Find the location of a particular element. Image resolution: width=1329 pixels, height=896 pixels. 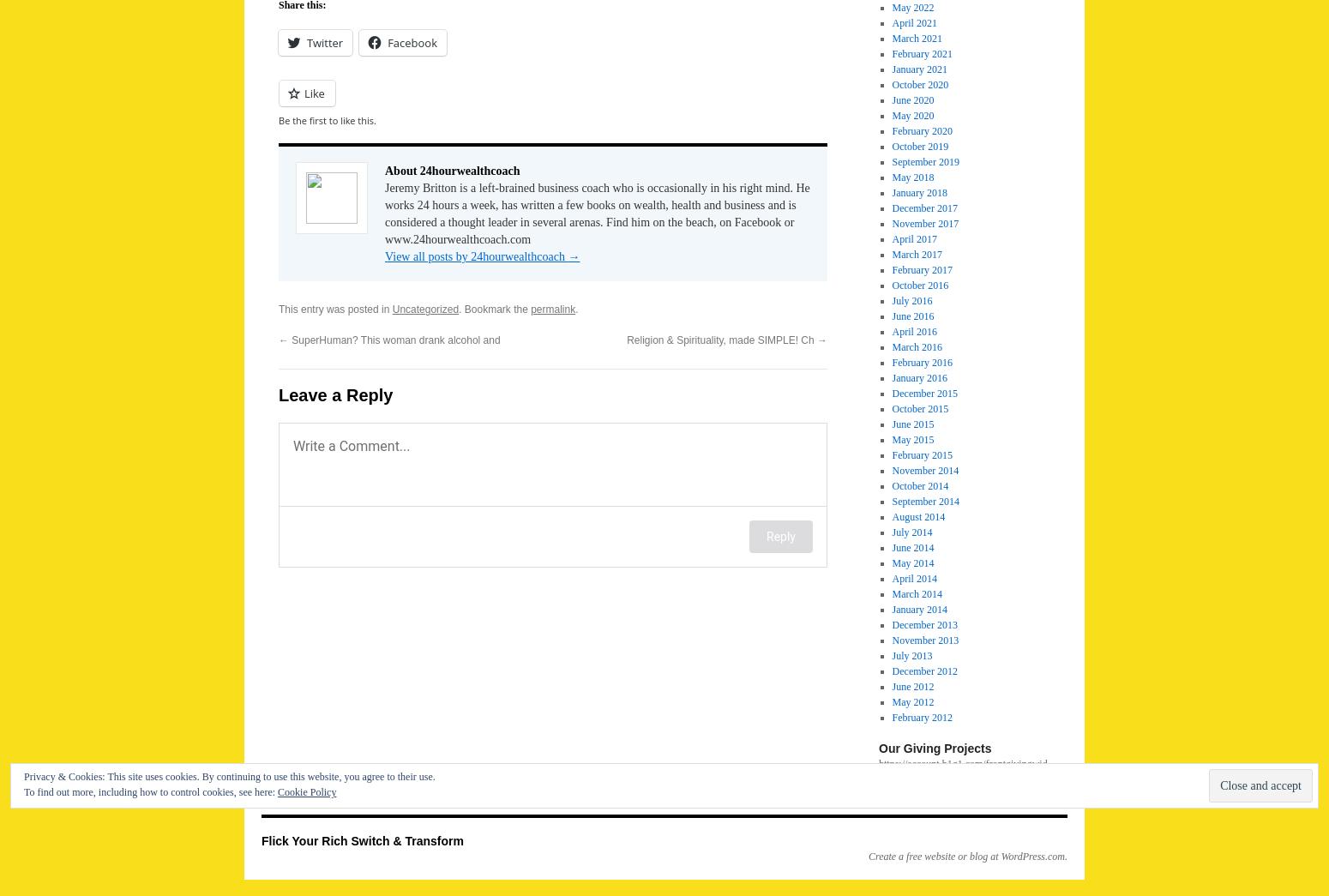

'October 2014' is located at coordinates (920, 486).